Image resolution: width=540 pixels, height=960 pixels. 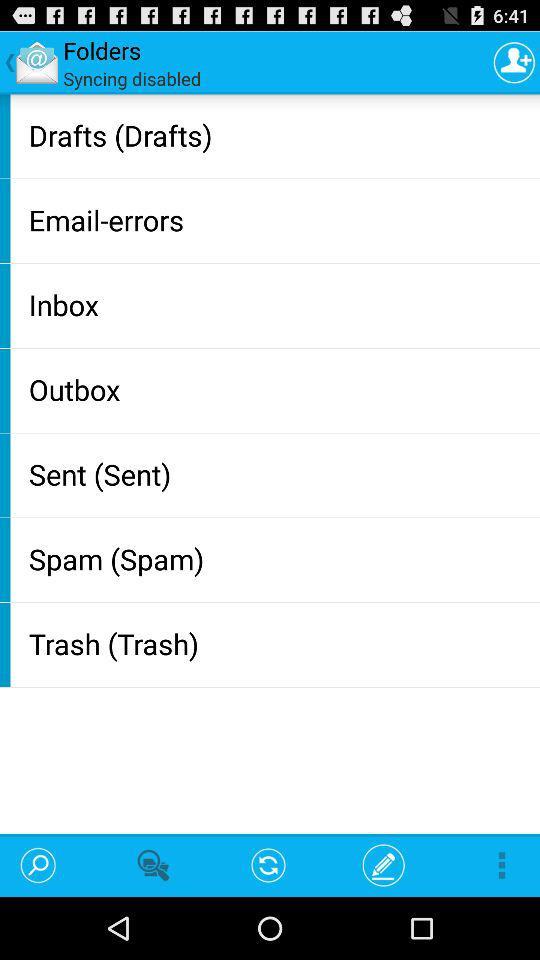 I want to click on the outbox app, so click(x=279, y=388).